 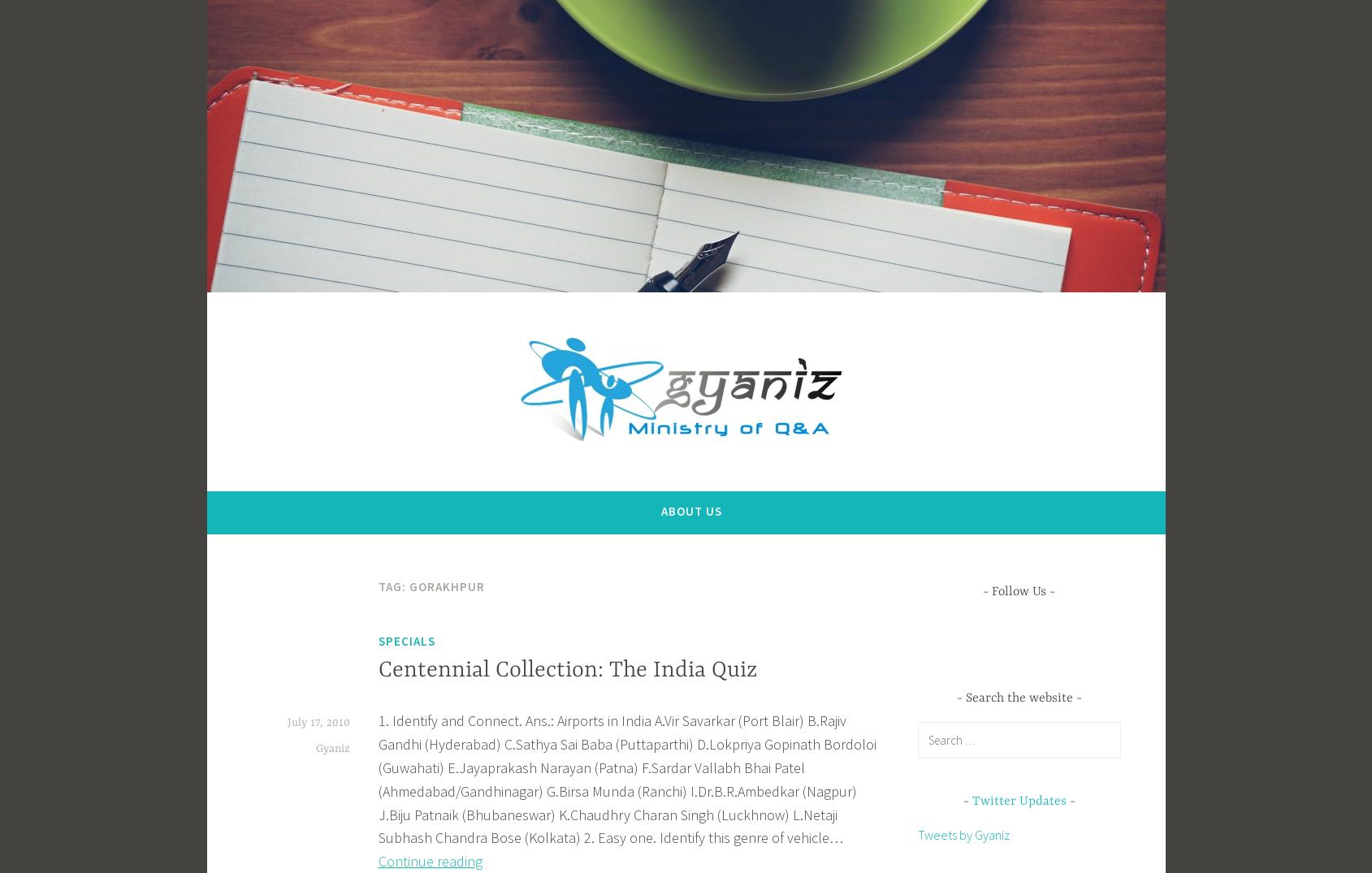 I want to click on 'Answers that Increase Knowledge', so click(x=357, y=467).